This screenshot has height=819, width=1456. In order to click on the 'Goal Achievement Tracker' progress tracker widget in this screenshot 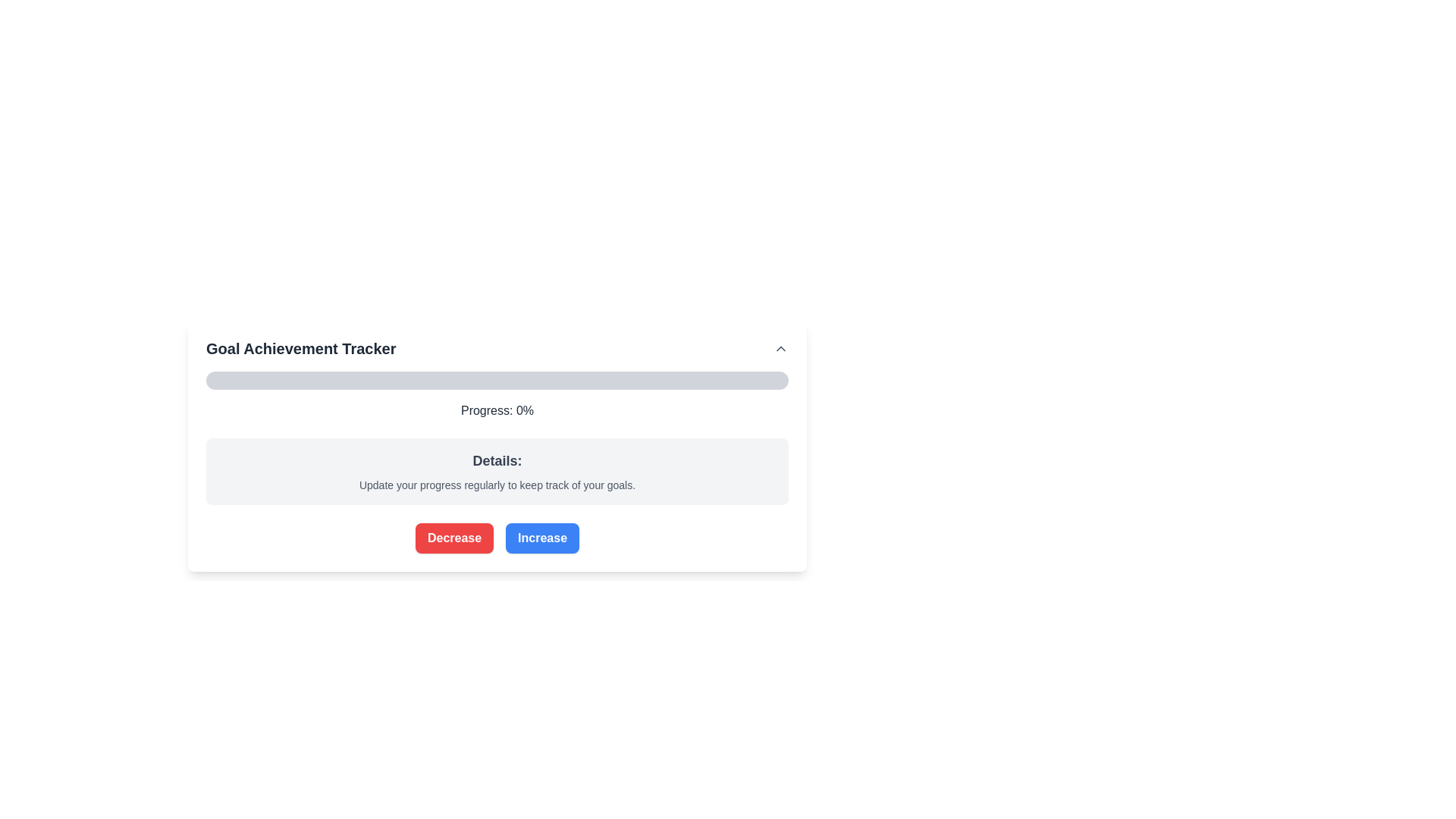, I will do `click(497, 441)`.